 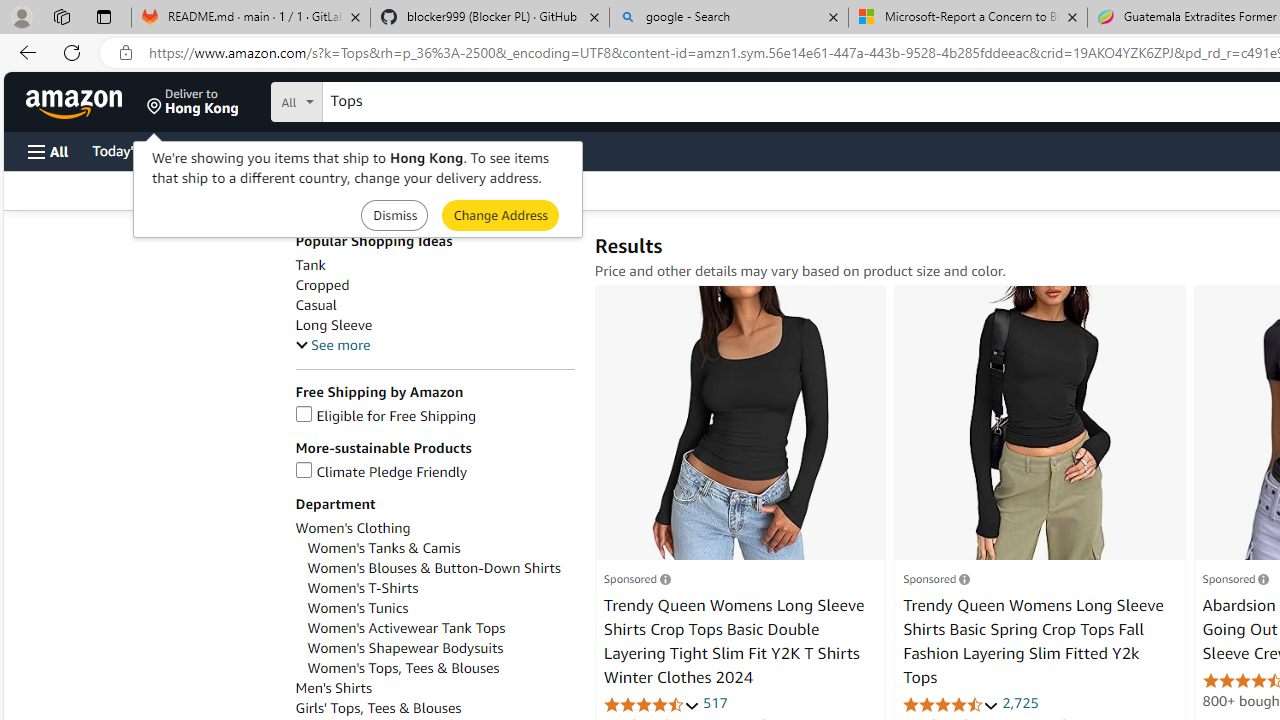 What do you see at coordinates (439, 627) in the screenshot?
I see `'Women'` at bounding box center [439, 627].